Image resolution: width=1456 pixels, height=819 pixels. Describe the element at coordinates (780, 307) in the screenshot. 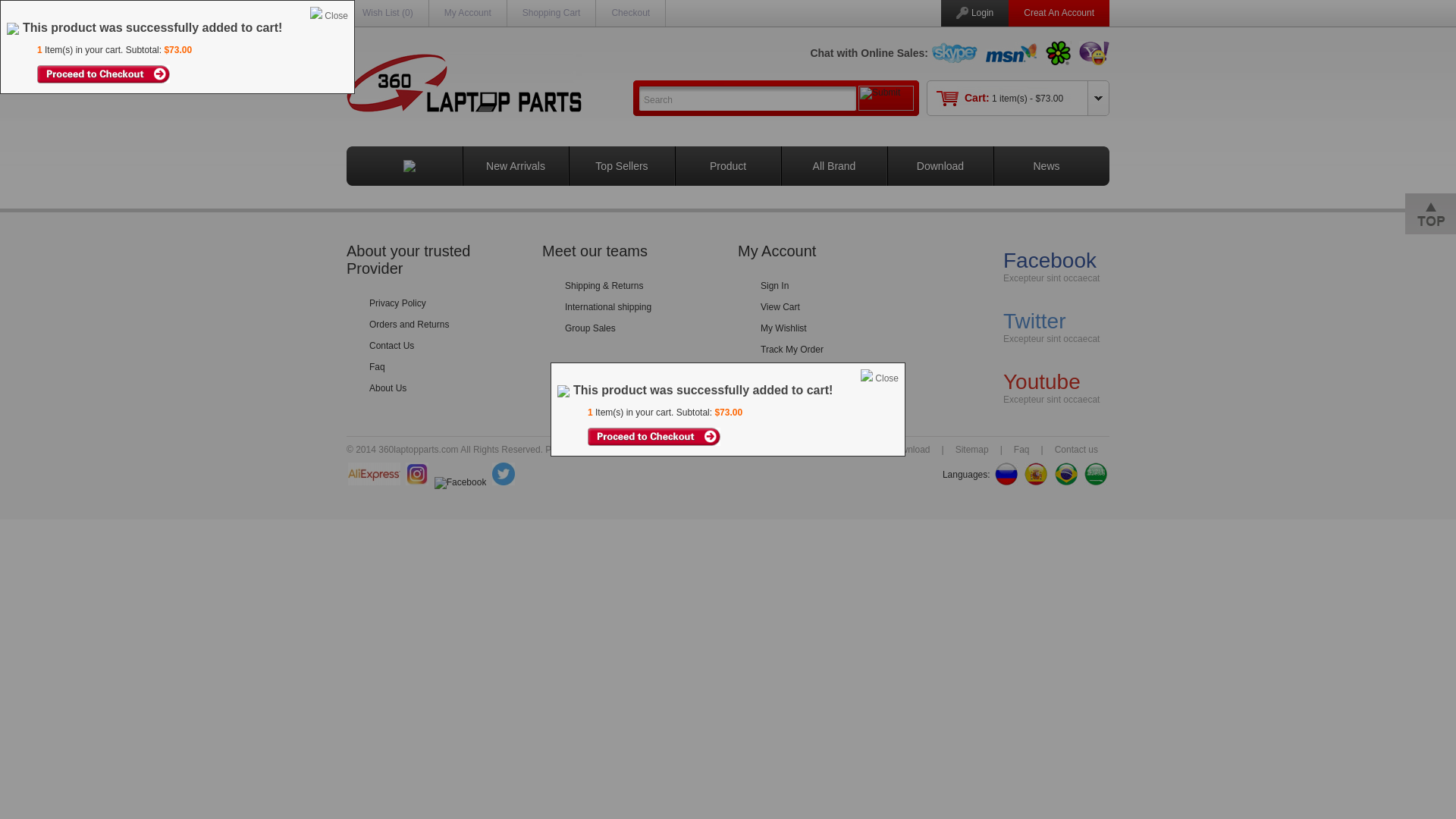

I see `'View Cart'` at that location.